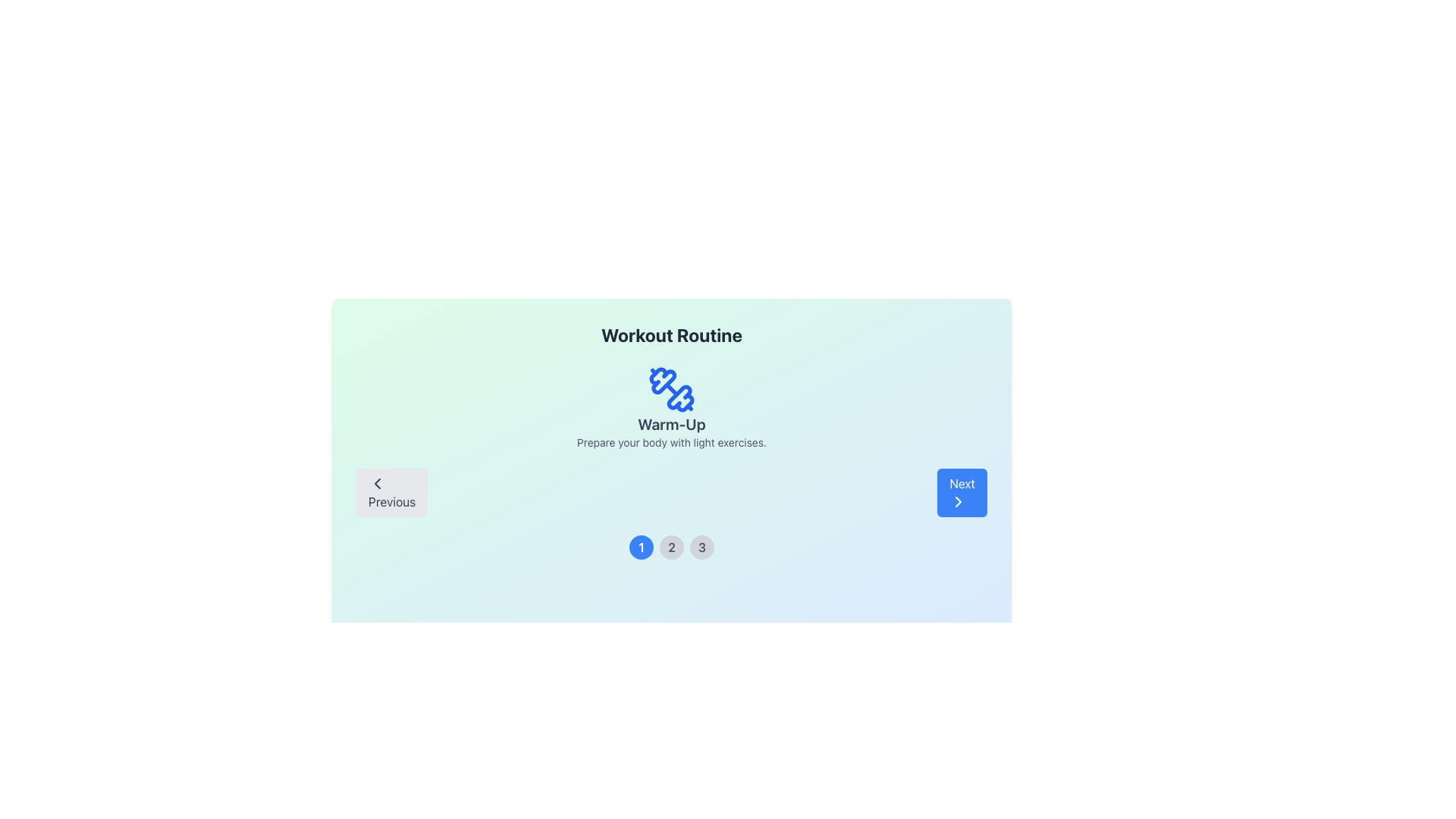 This screenshot has width=1456, height=819. What do you see at coordinates (671, 424) in the screenshot?
I see `the bold, gray-colored text label displaying 'Warm-Up', which is centrally aligned and positioned below a blue dumbbell icon in the interface` at bounding box center [671, 424].